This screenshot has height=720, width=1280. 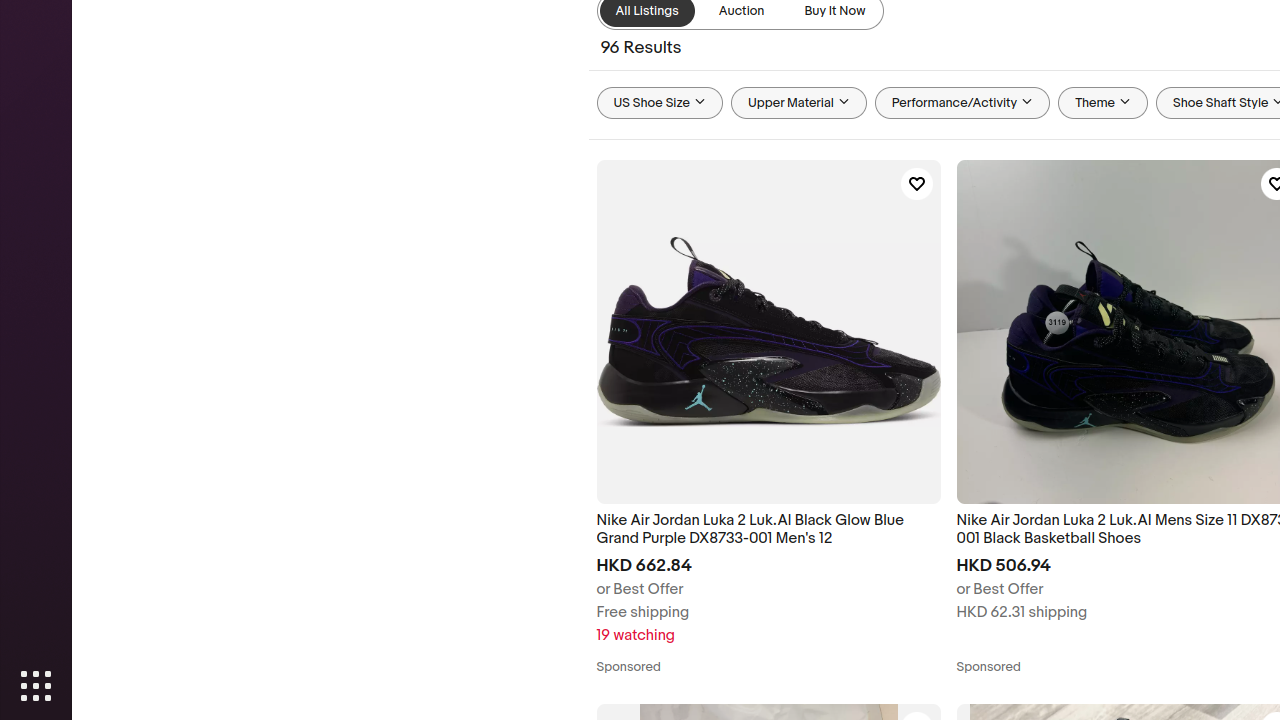 What do you see at coordinates (797, 103) in the screenshot?
I see `'Upper Material'` at bounding box center [797, 103].